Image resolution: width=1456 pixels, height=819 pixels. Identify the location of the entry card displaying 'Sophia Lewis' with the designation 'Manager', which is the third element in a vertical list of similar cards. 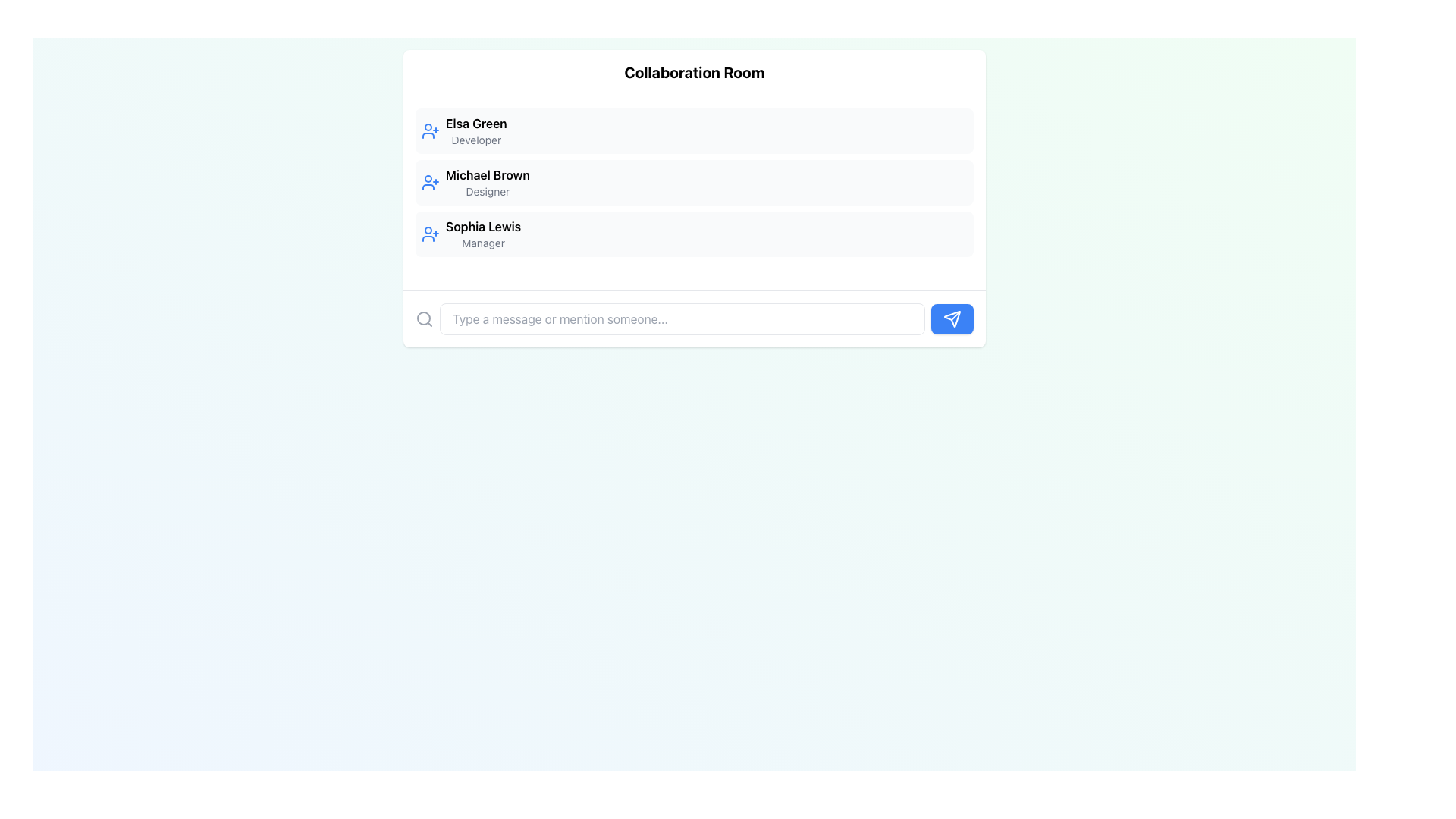
(694, 234).